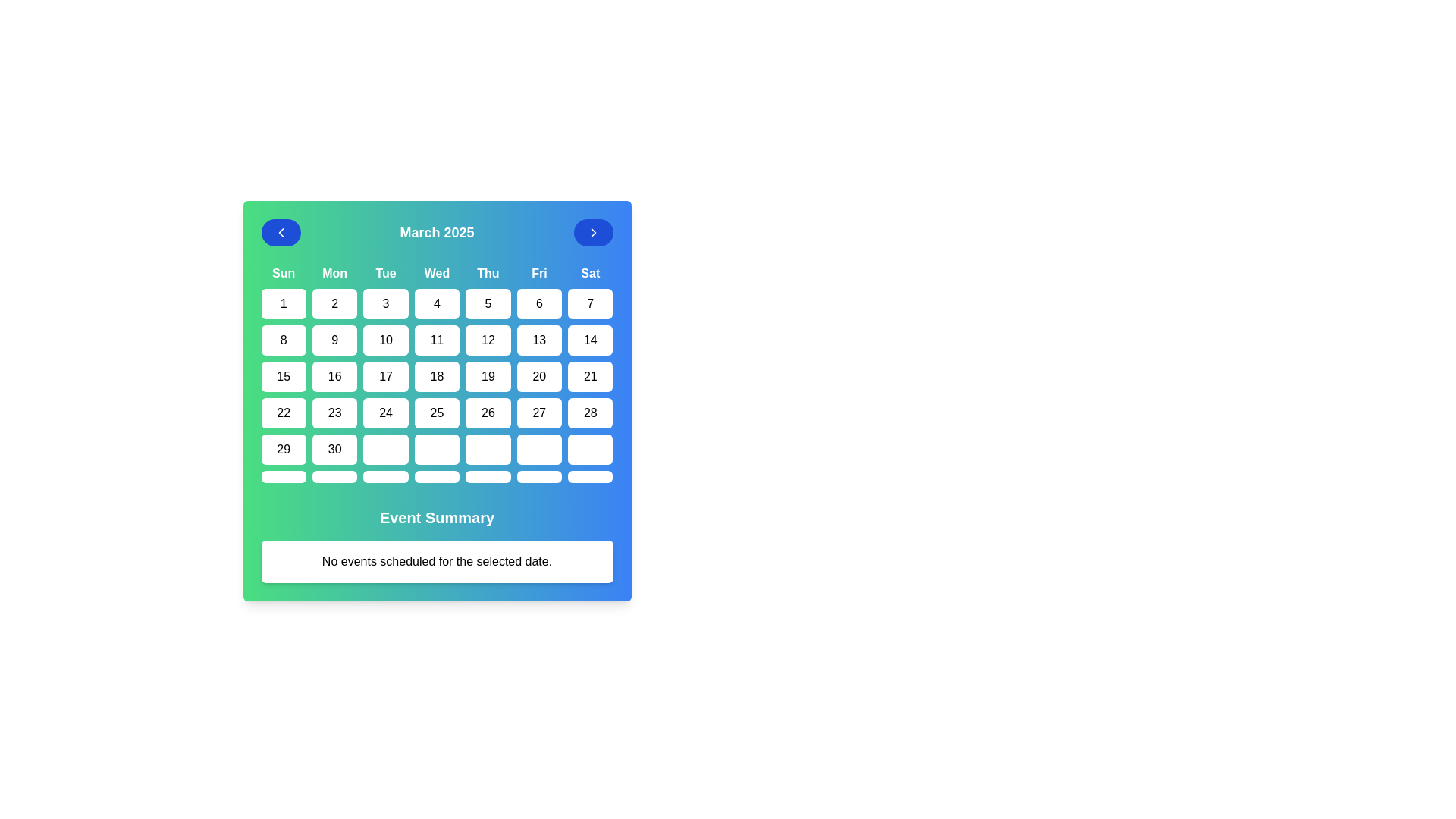 The width and height of the screenshot is (1456, 819). I want to click on the text label that indicates no events are scheduled for the currently selected date in the calendar, located at the bottom of the interface beneath the calendar grid, so click(436, 561).